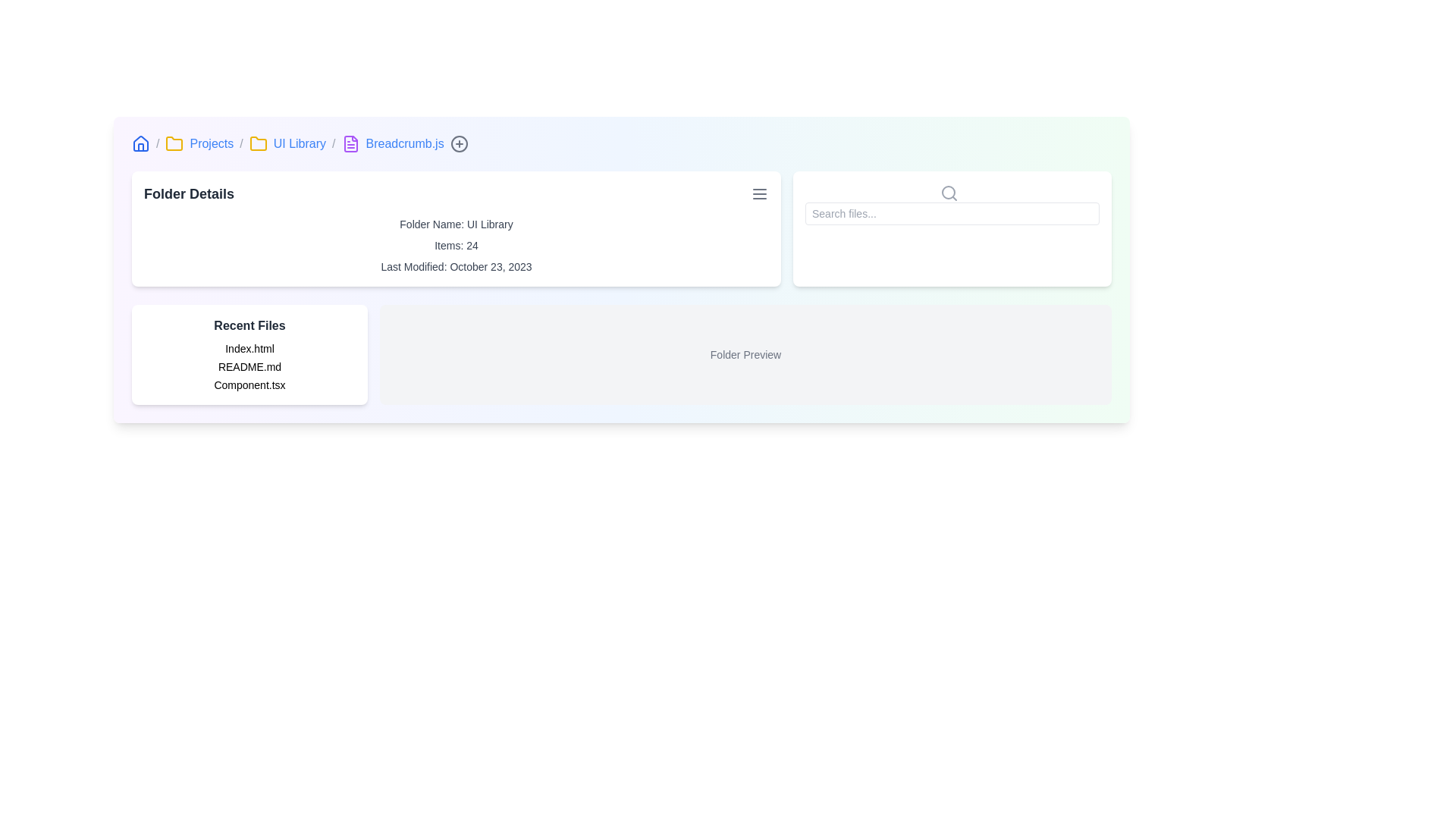 This screenshot has height=819, width=1456. I want to click on the text link labeled 'Projects' in the breadcrumb navigation bar, so click(211, 143).